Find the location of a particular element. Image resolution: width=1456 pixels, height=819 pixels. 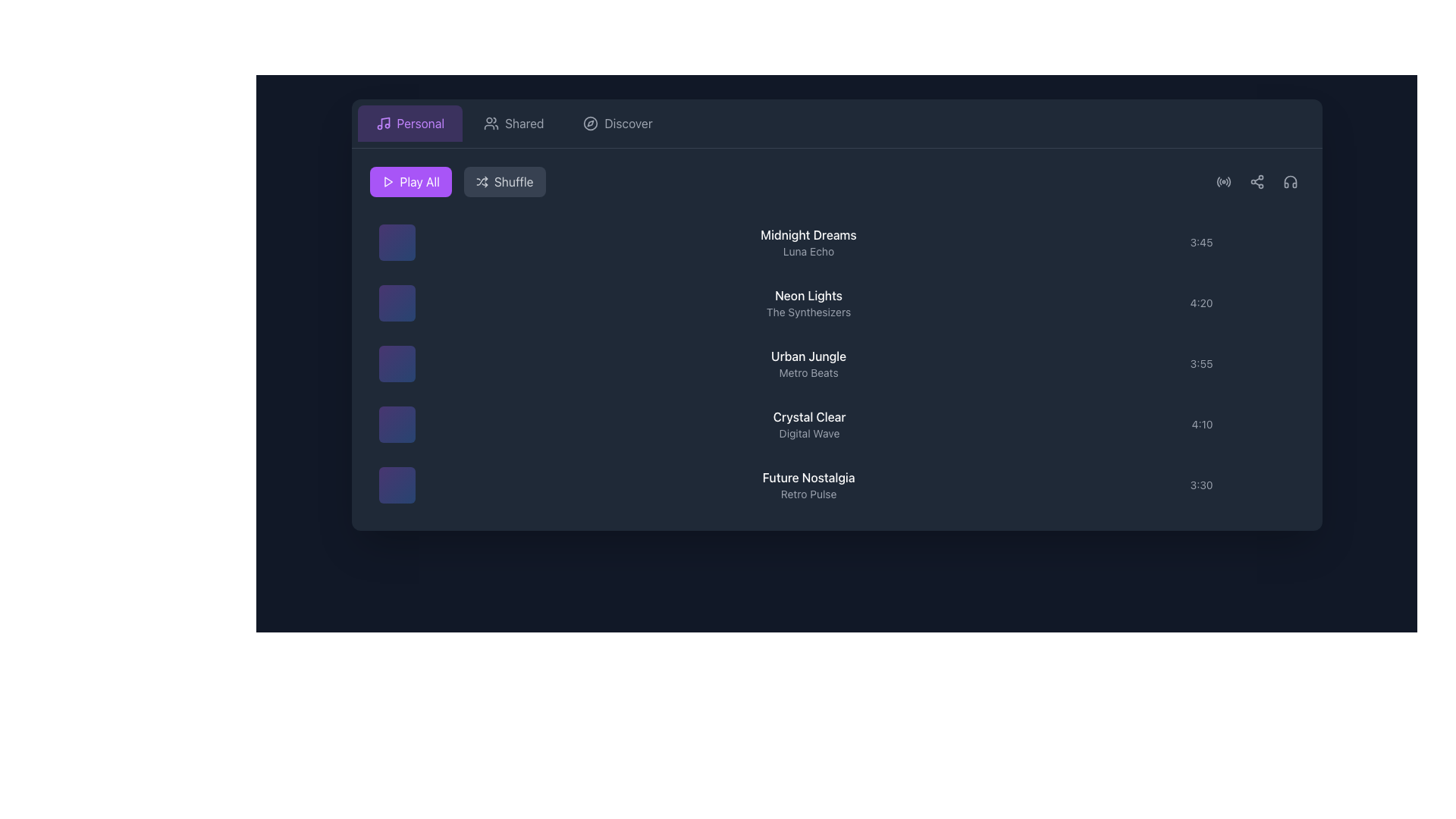

the last song entry in the playlist titled 'Future Nostalgia' is located at coordinates (836, 485).